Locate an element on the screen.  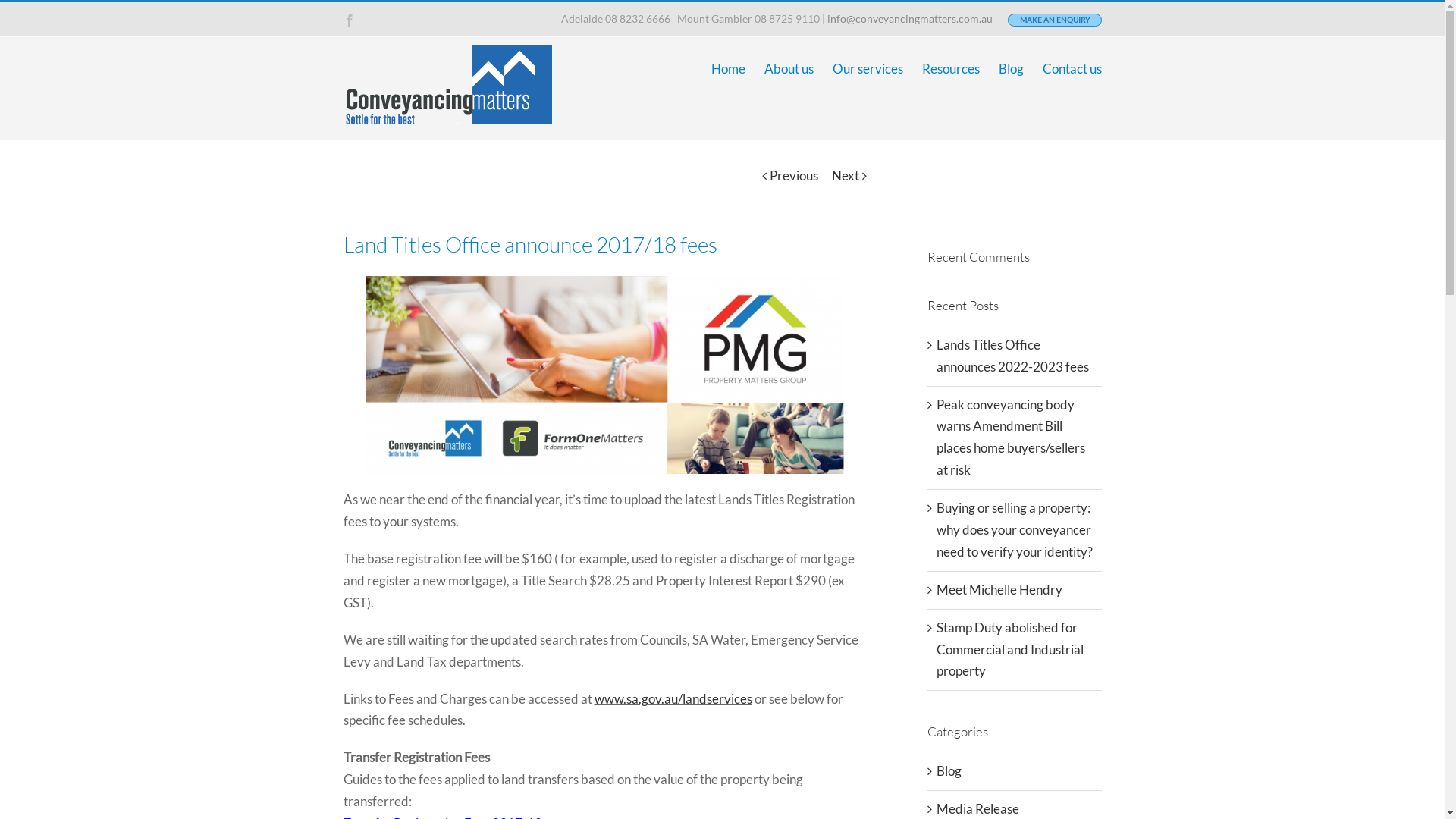
'Our services' is located at coordinates (868, 68).